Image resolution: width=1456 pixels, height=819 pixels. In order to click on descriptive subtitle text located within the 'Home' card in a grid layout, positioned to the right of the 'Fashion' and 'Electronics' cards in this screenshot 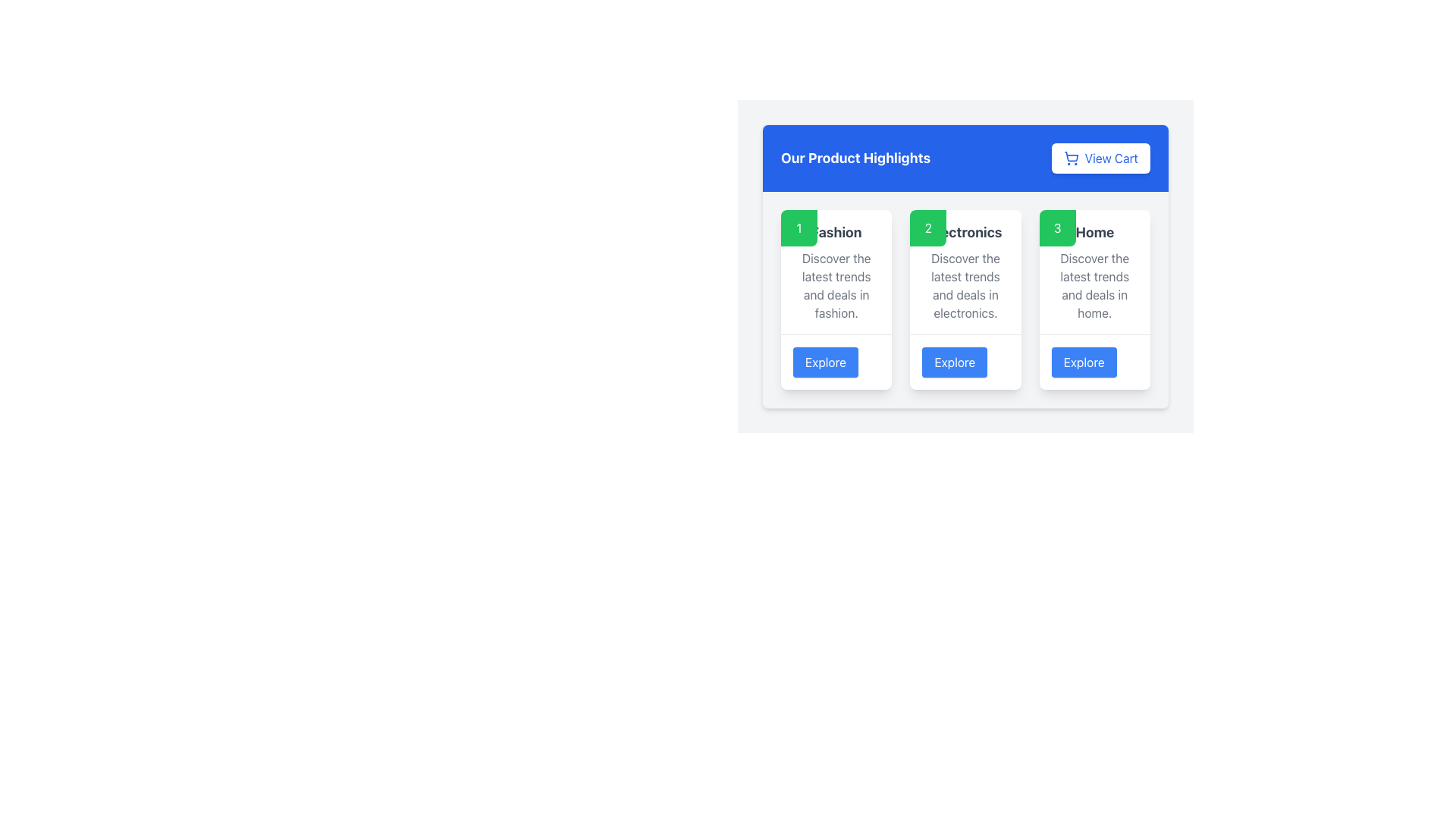, I will do `click(1094, 286)`.